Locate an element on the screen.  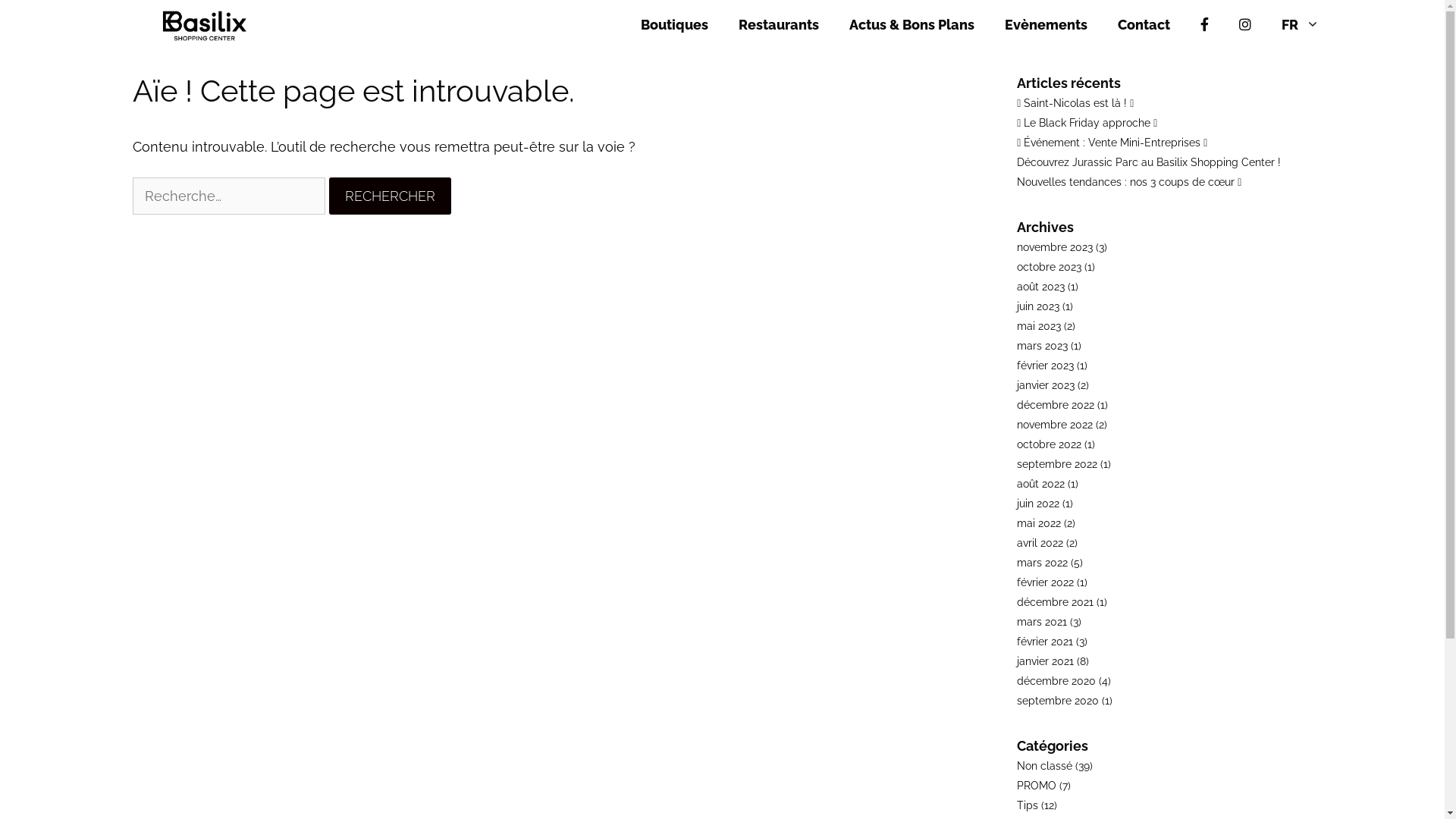
'Actus & Bons Plans' is located at coordinates (833, 25).